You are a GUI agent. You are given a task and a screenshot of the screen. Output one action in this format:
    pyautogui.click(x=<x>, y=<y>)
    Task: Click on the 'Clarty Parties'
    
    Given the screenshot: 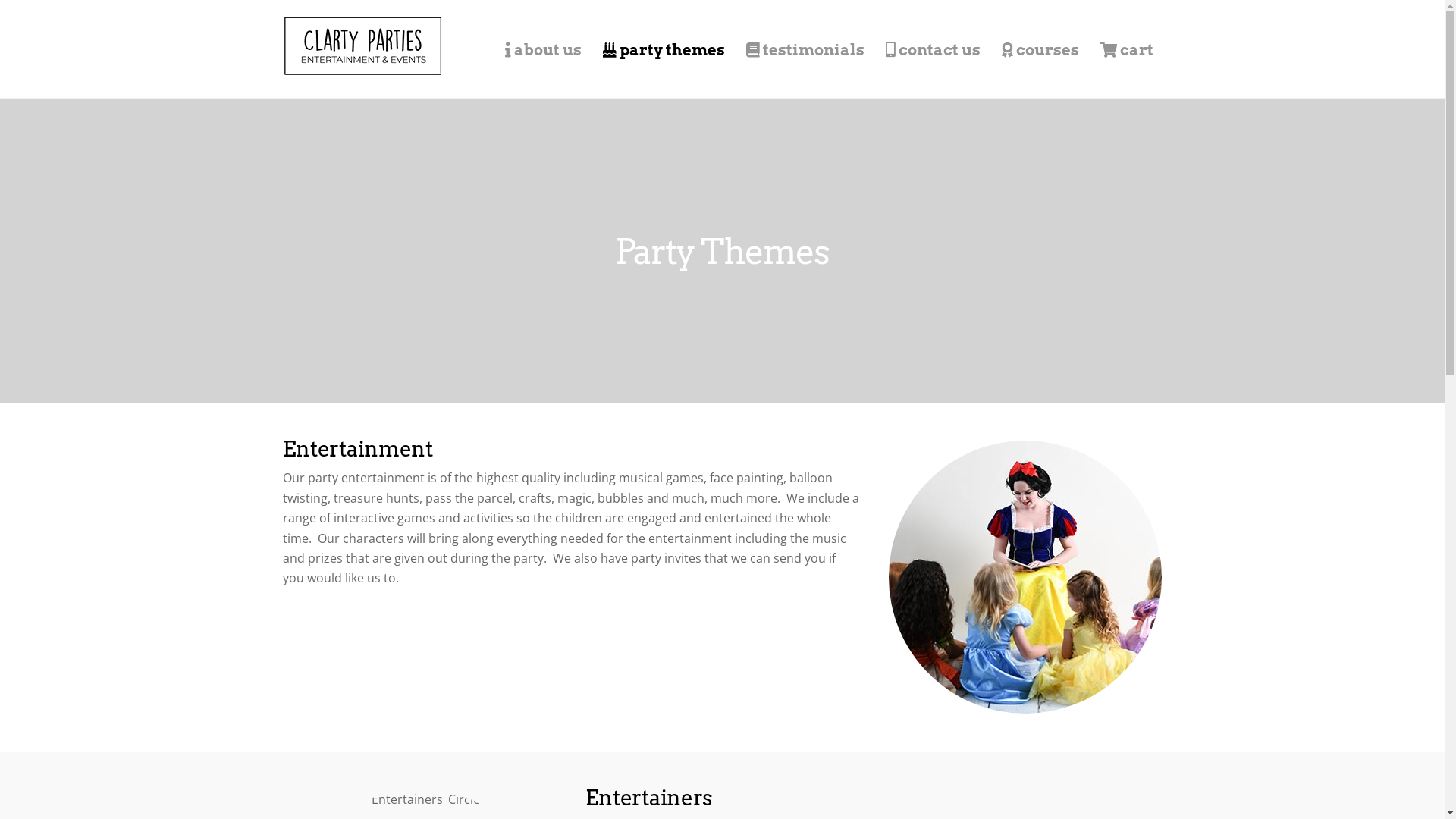 What is the action you would take?
    pyautogui.click(x=361, y=67)
    